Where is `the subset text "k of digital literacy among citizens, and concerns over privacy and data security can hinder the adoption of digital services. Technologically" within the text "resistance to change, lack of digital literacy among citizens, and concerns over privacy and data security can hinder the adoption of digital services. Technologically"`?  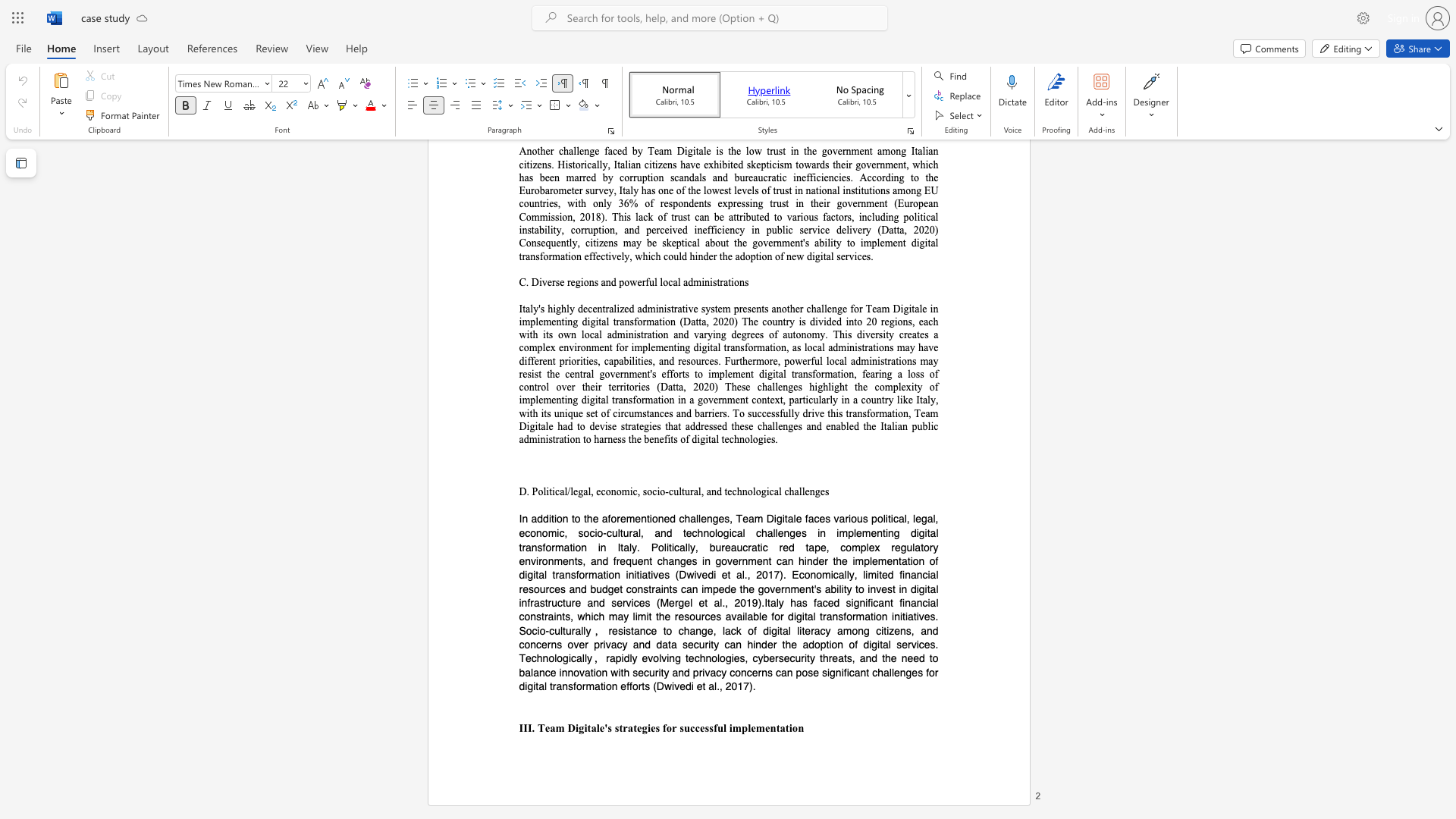
the subset text "k of digital literacy among citizens, and concerns over privacy and data security can hinder the adoption of digital services. Technologically" within the text "resistance to change, lack of digital literacy among citizens, and concerns over privacy and data security can hinder the adoption of digital services. Technologically" is located at coordinates (736, 630).